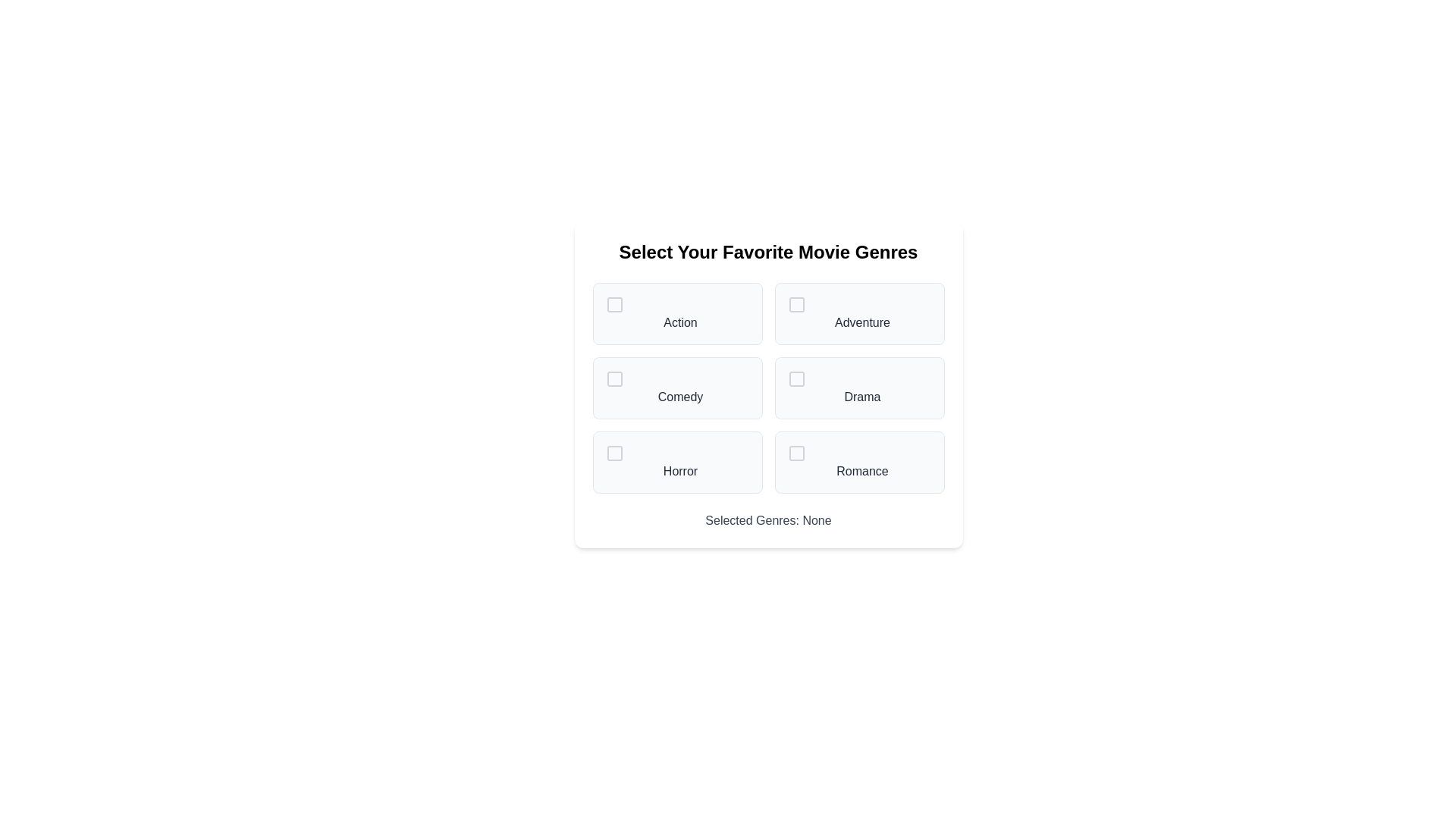  What do you see at coordinates (676, 388) in the screenshot?
I see `the genre Comedy to observe its hover effect` at bounding box center [676, 388].